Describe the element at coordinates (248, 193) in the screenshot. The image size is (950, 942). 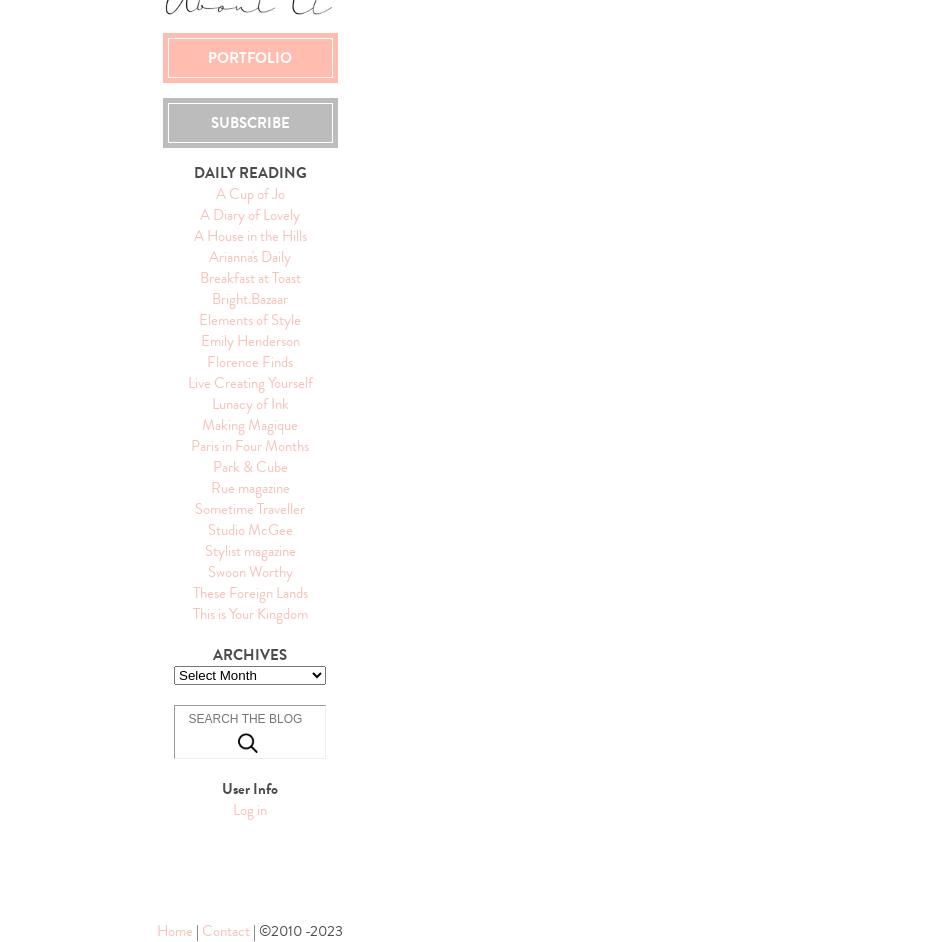
I see `'A Cup of Jo'` at that location.